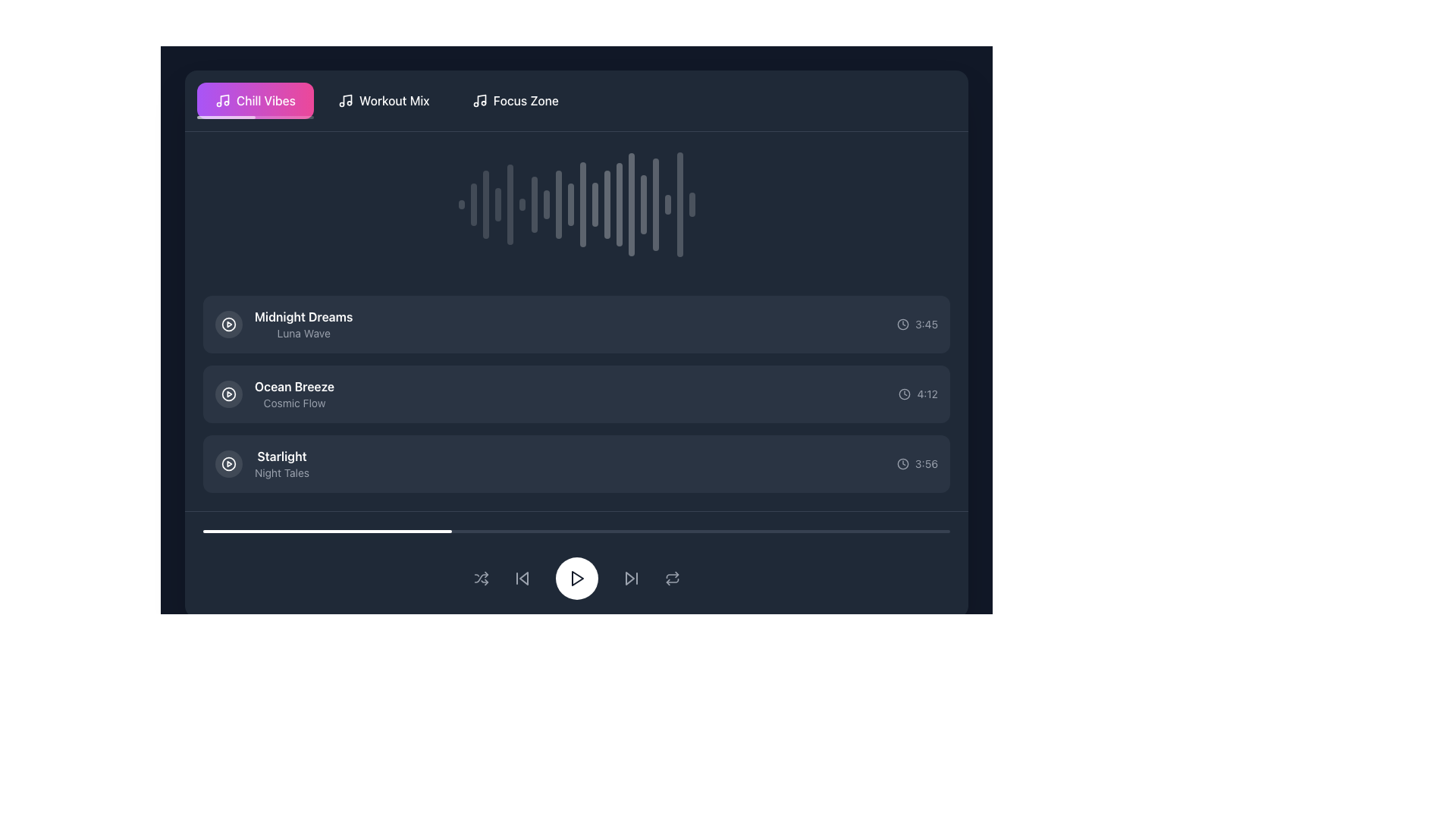  I want to click on the gray 'repeat' icon button located in the playback control area, which changes to white when hovered over, so click(671, 579).